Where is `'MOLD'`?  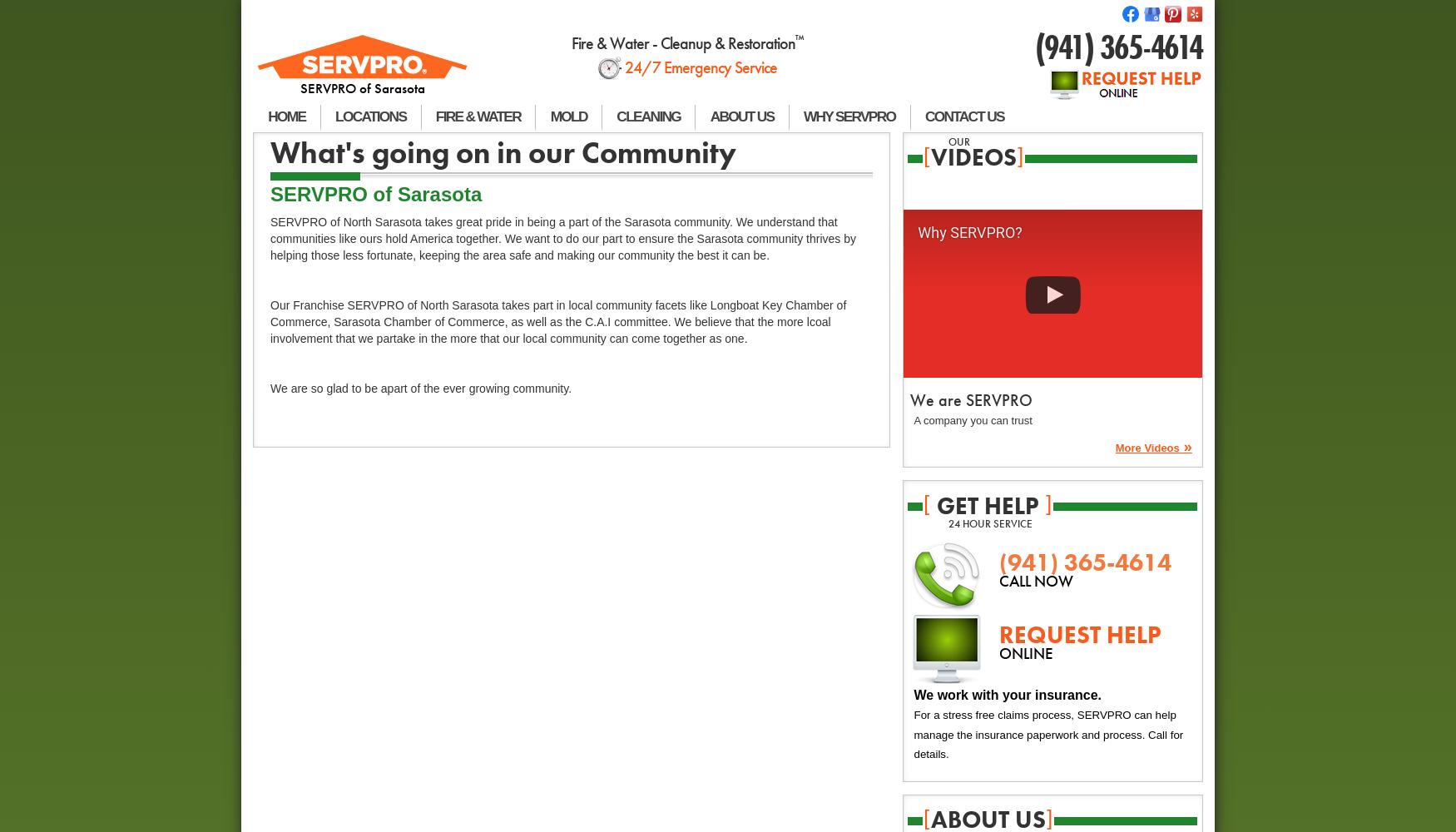 'MOLD' is located at coordinates (567, 116).